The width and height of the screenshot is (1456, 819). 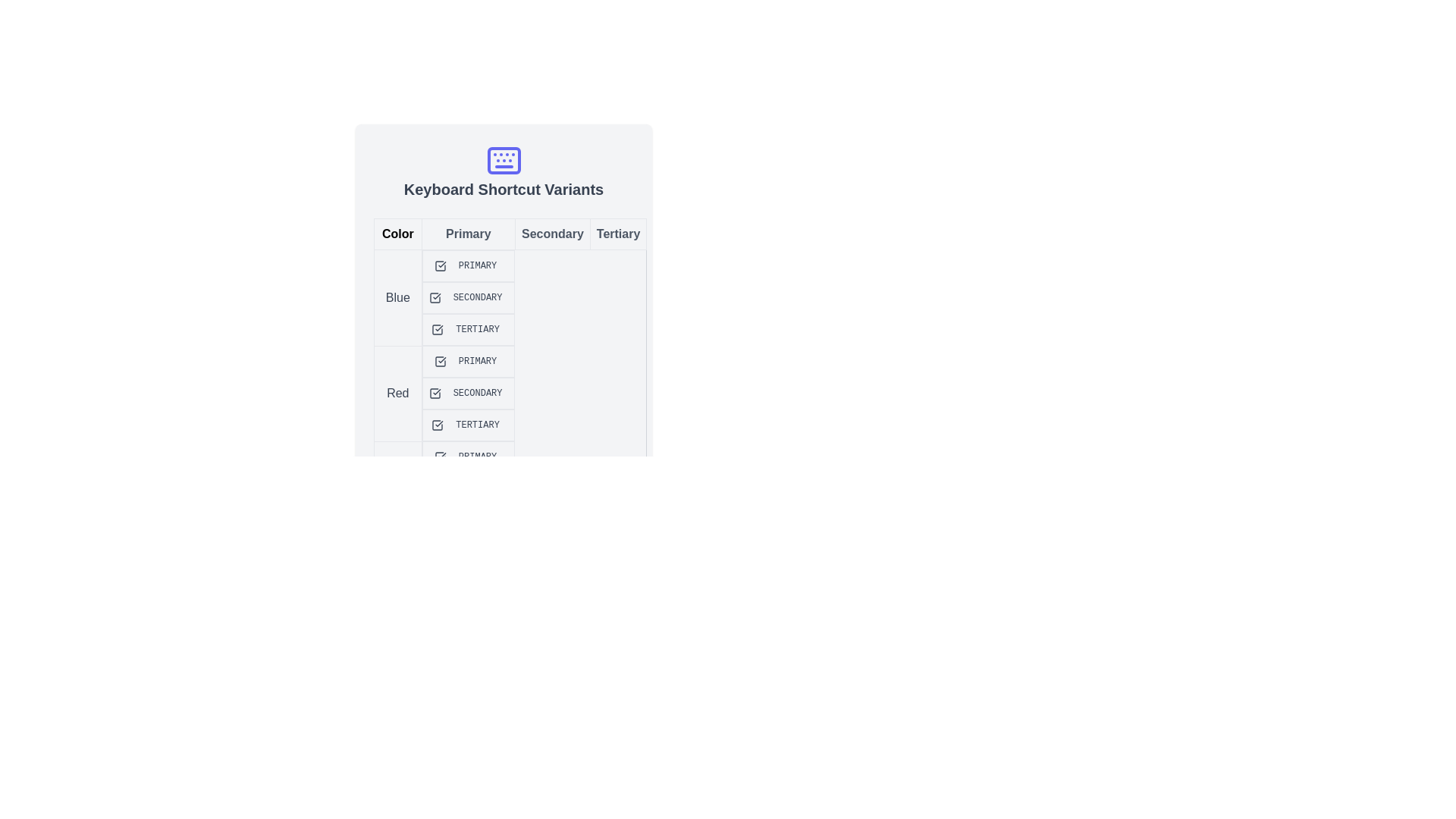 What do you see at coordinates (397, 297) in the screenshot?
I see `the text label displaying the word 'Blue', which is the first entry under the 'Color' column` at bounding box center [397, 297].